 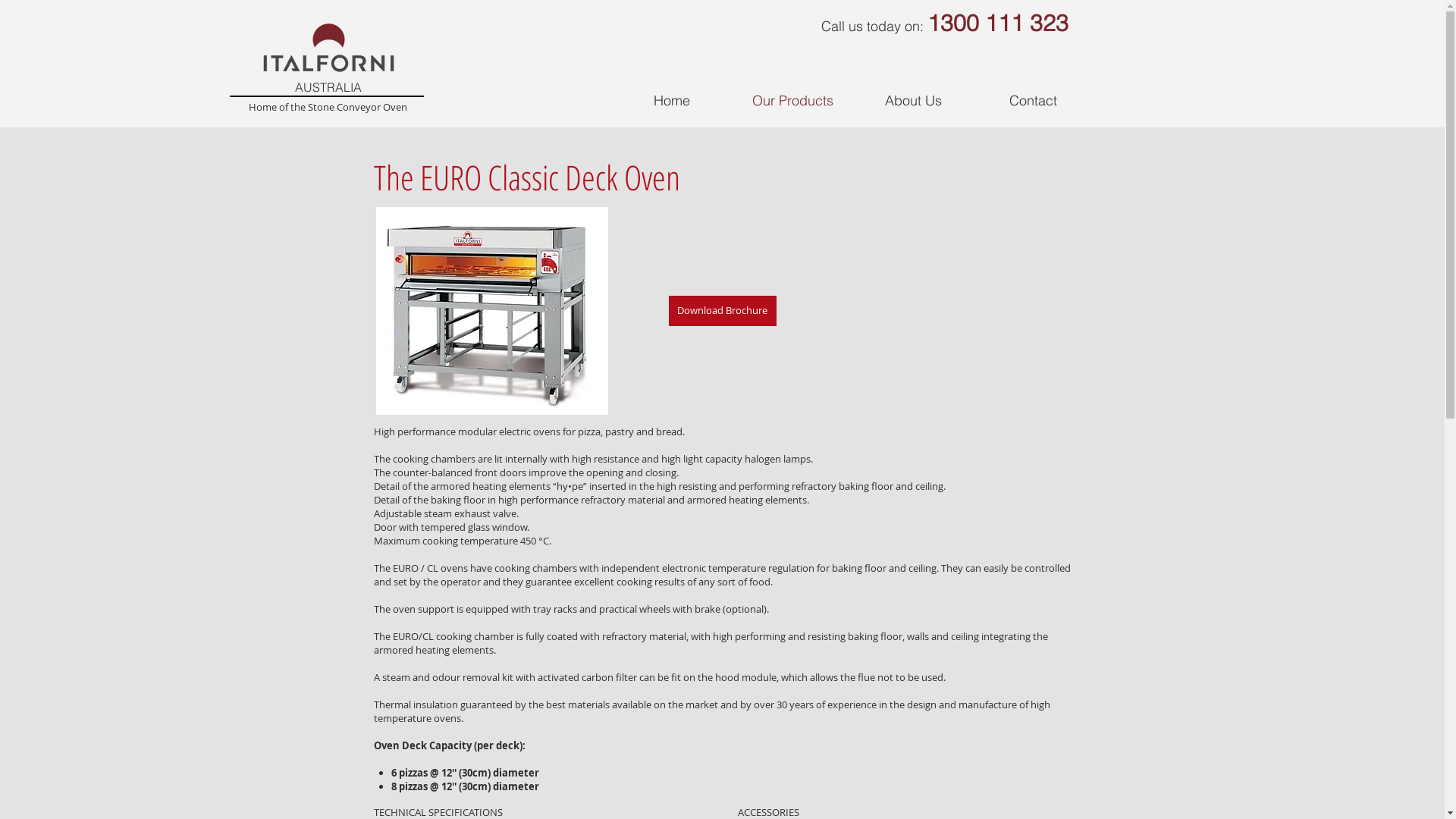 What do you see at coordinates (852, 100) in the screenshot?
I see `'About Us'` at bounding box center [852, 100].